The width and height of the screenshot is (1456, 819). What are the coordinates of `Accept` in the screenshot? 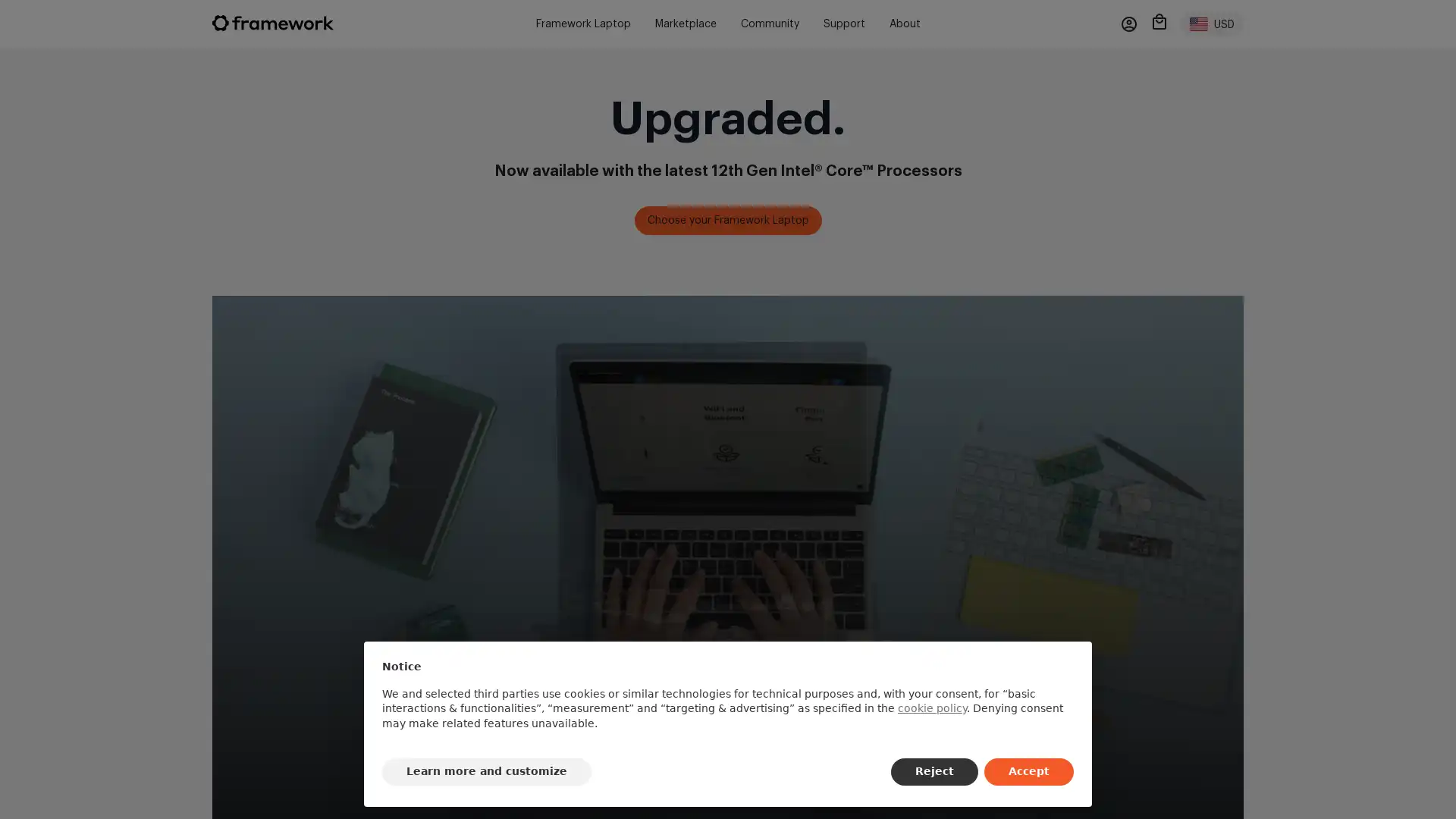 It's located at (1029, 772).